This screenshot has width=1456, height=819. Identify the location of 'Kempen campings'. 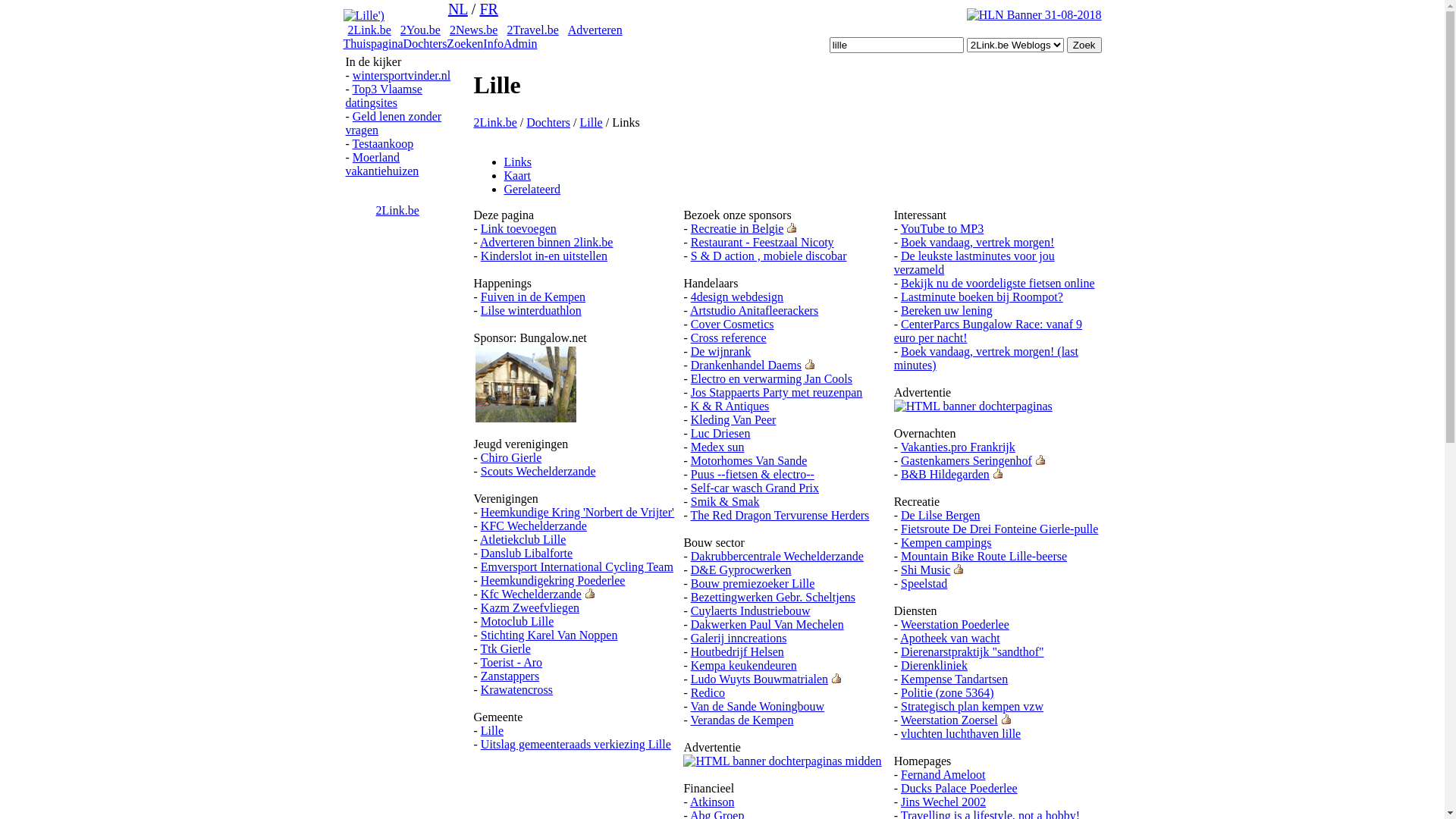
(946, 541).